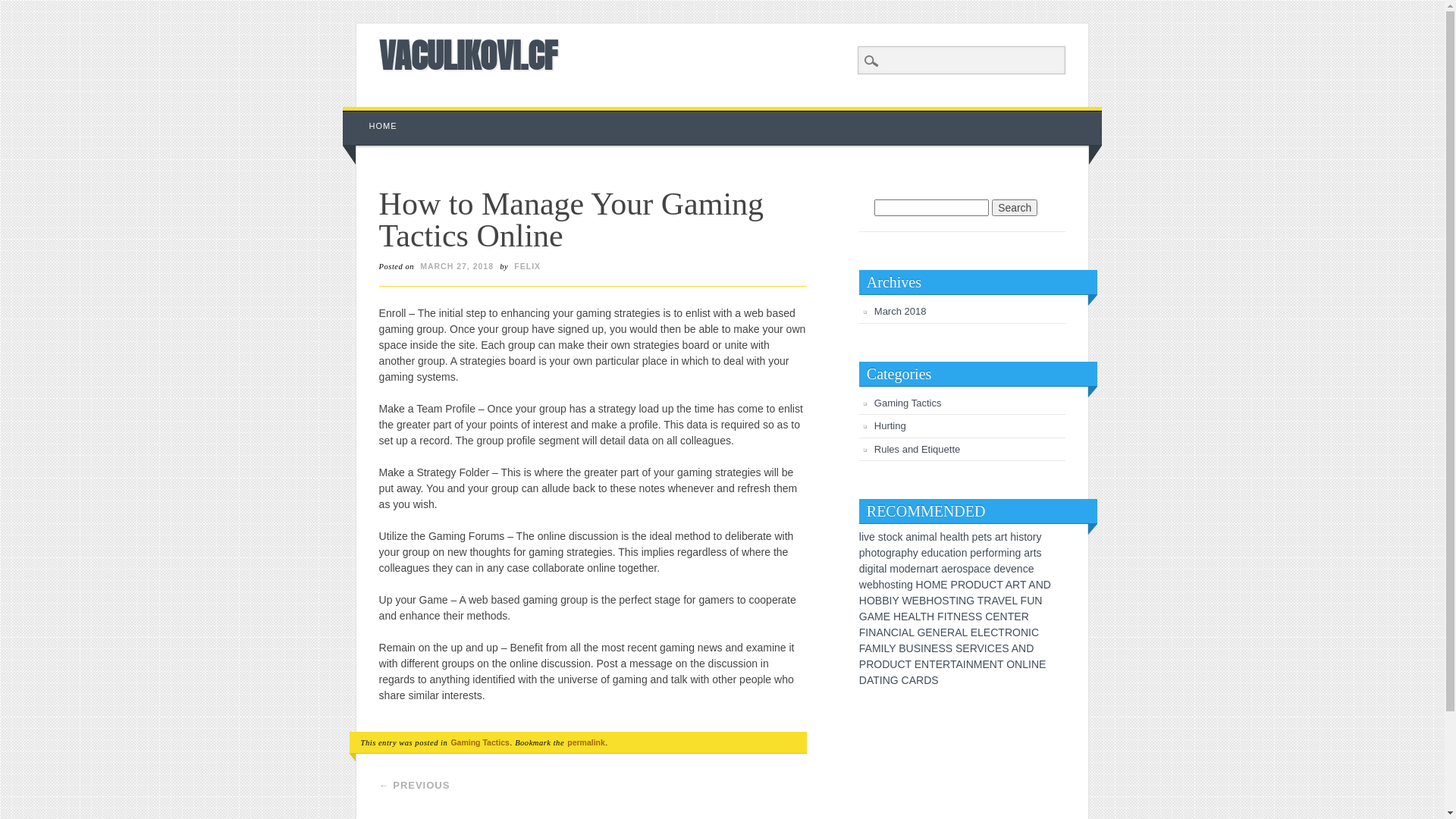  Describe the element at coordinates (890, 425) in the screenshot. I see `'Hurting'` at that location.